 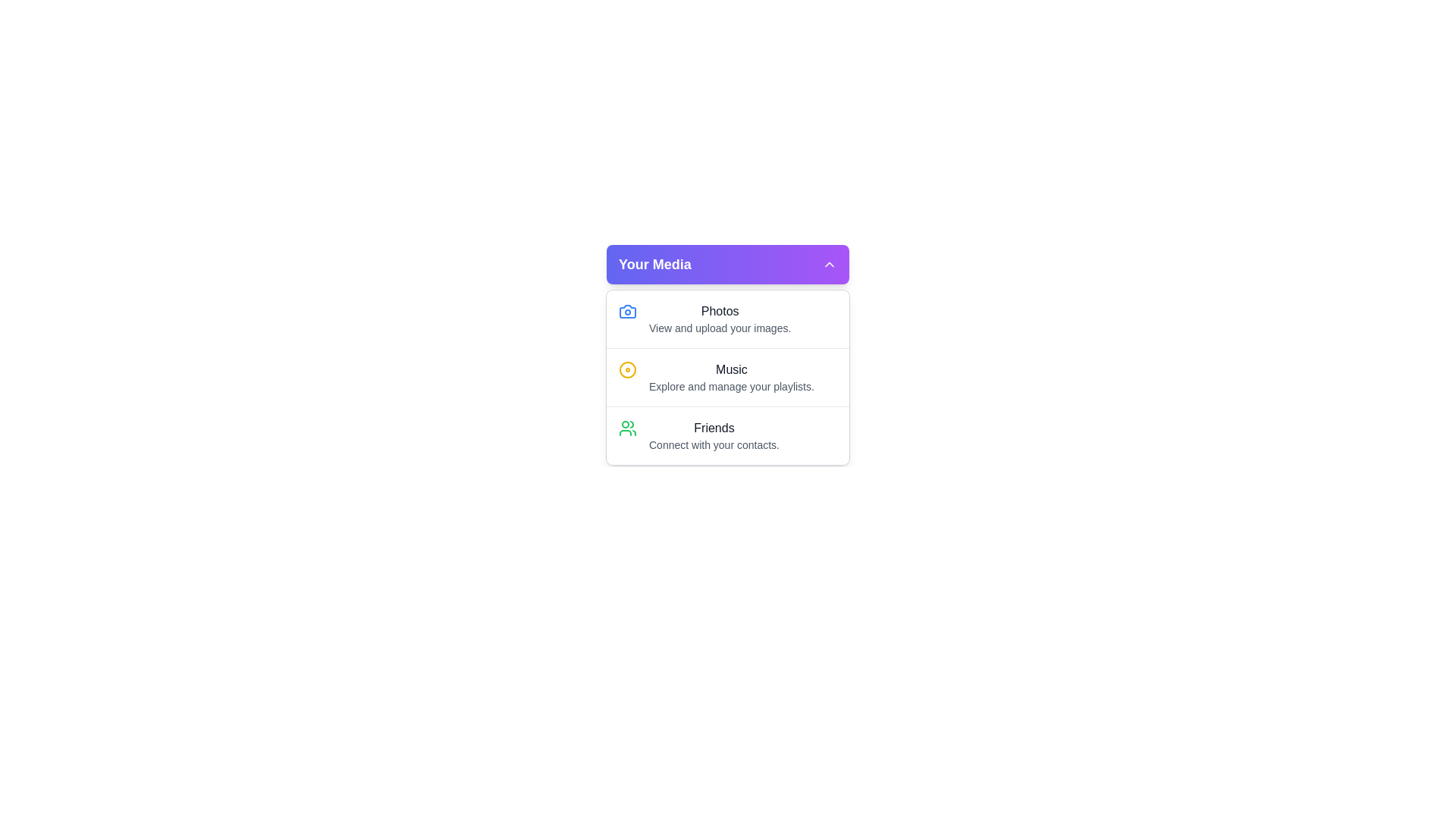 I want to click on the 'Friends' icon located at the beginning of the 'Friends' menu item, which represents social features, so click(x=628, y=428).